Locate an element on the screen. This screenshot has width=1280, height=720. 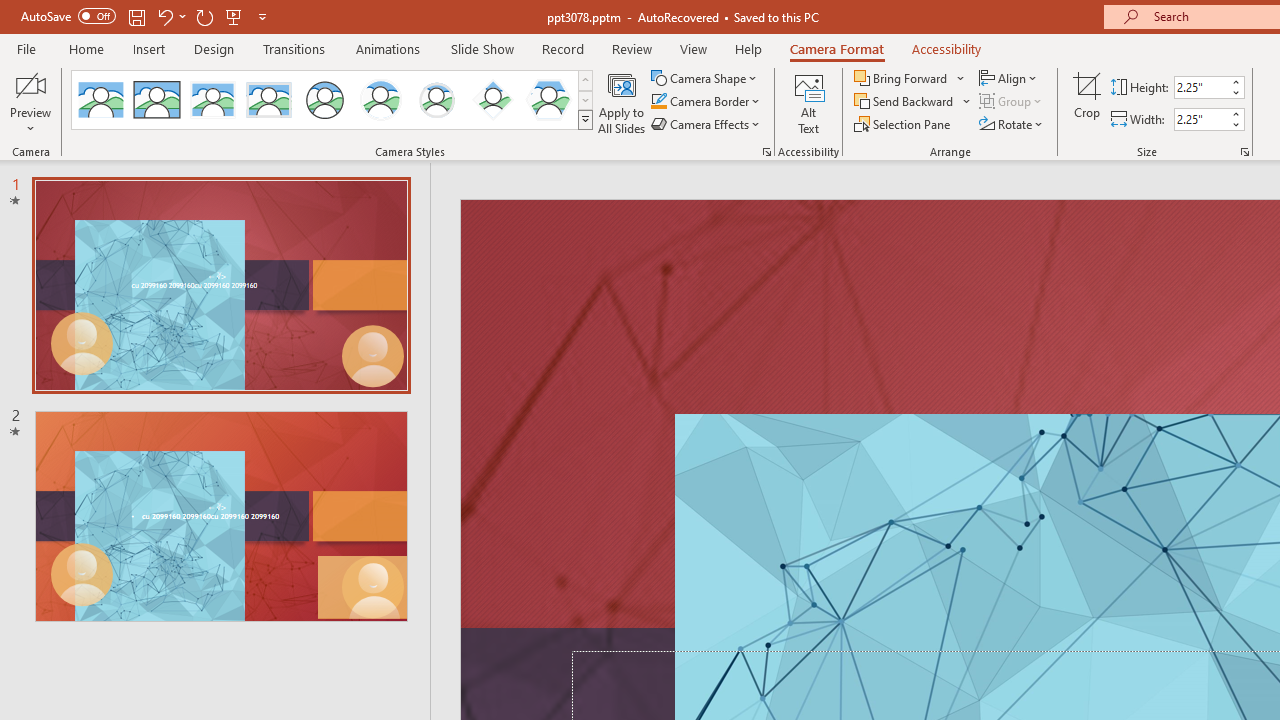
'Camera Border' is located at coordinates (706, 101).